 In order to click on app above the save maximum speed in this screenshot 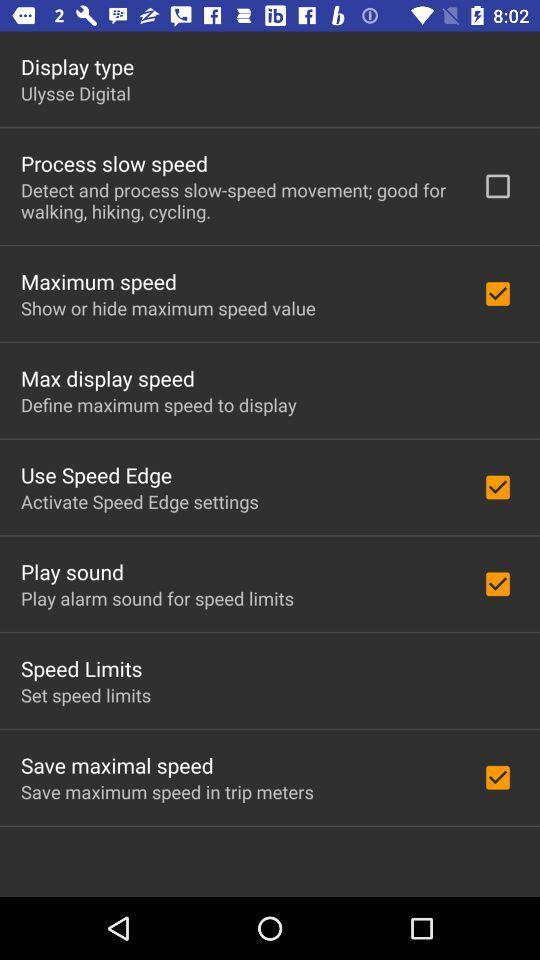, I will do `click(117, 764)`.